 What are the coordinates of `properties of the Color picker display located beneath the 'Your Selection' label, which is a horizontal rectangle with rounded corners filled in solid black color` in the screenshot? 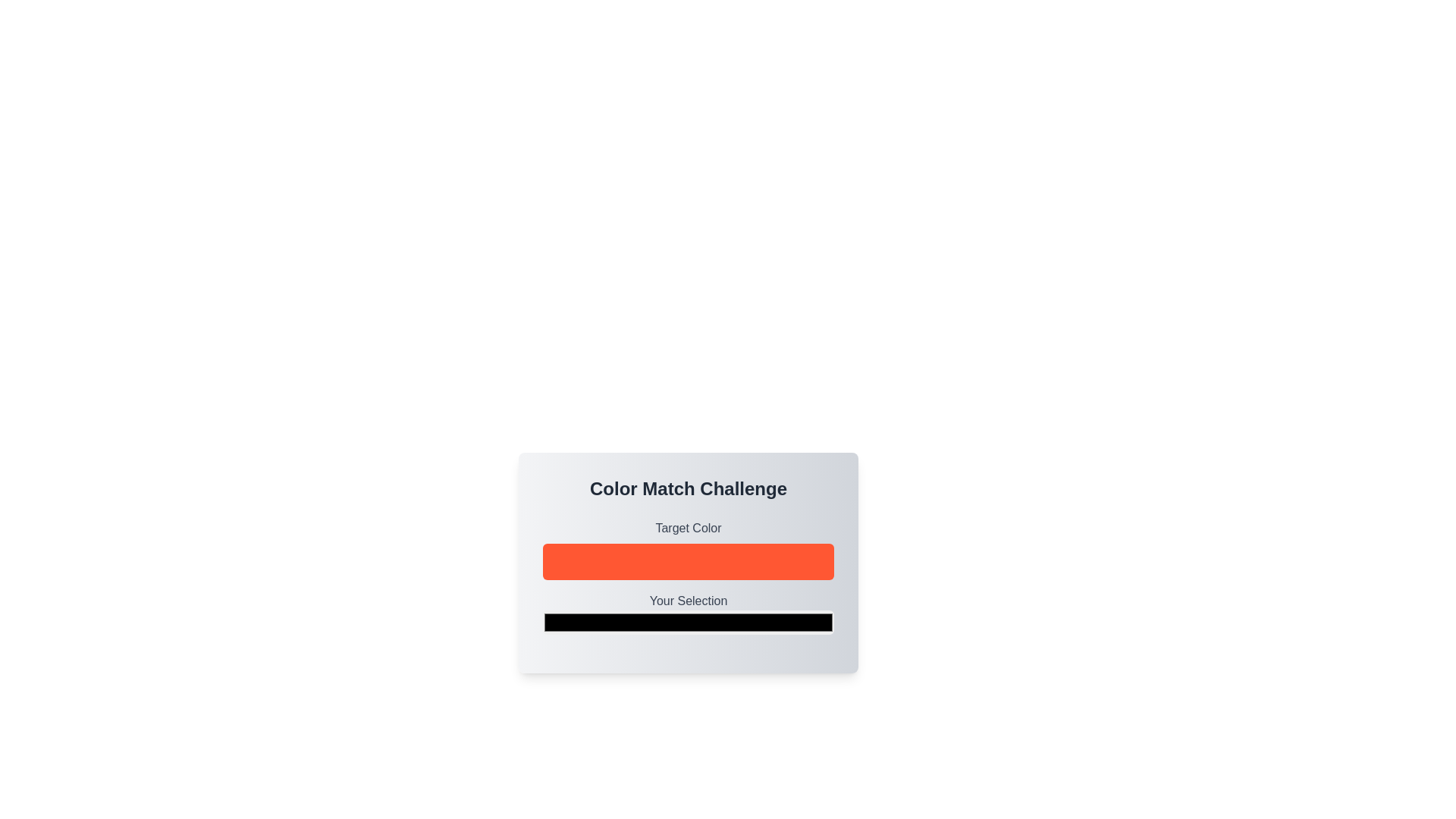 It's located at (687, 623).